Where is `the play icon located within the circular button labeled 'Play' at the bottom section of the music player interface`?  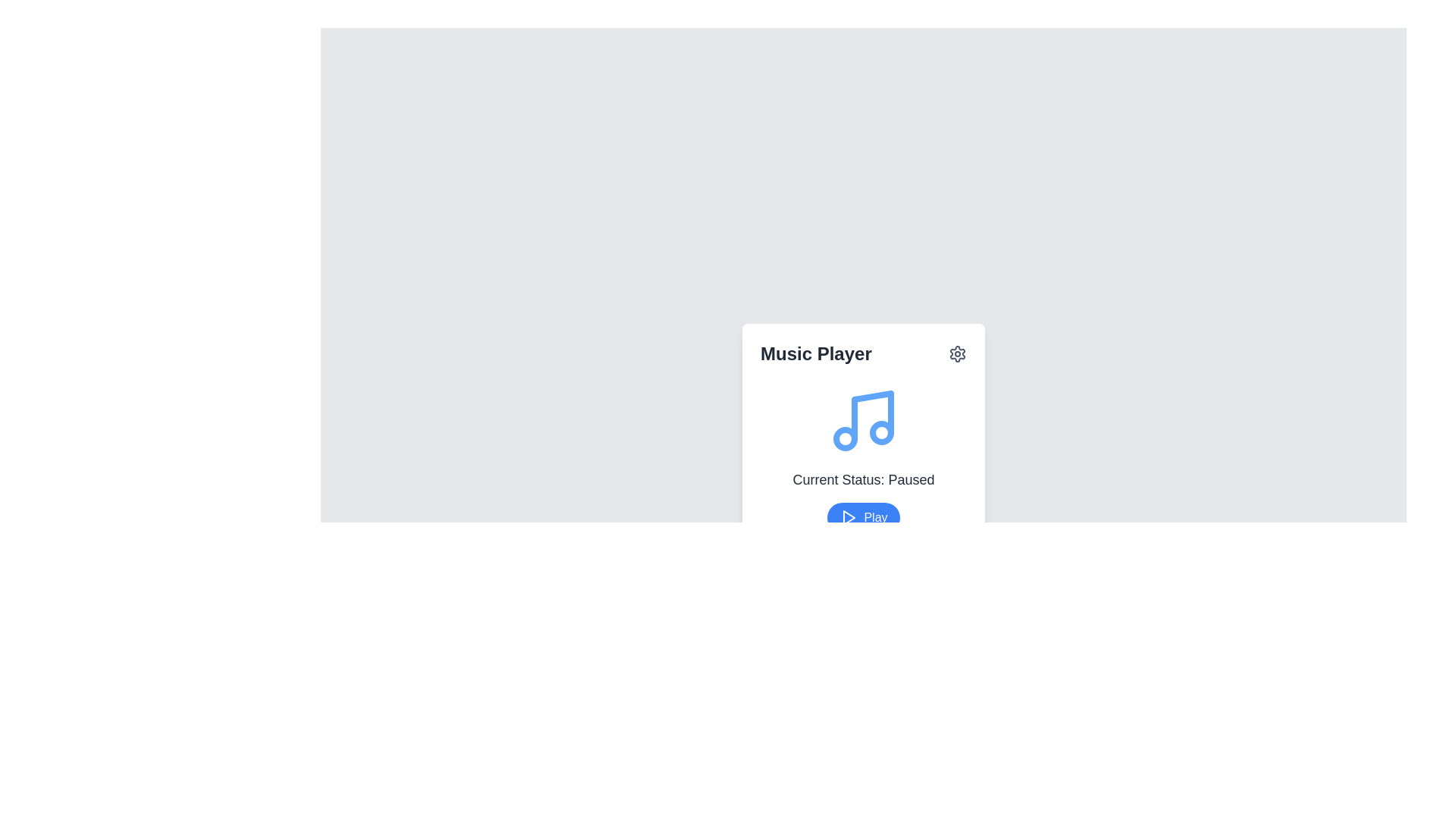
the play icon located within the circular button labeled 'Play' at the bottom section of the music player interface is located at coordinates (848, 516).